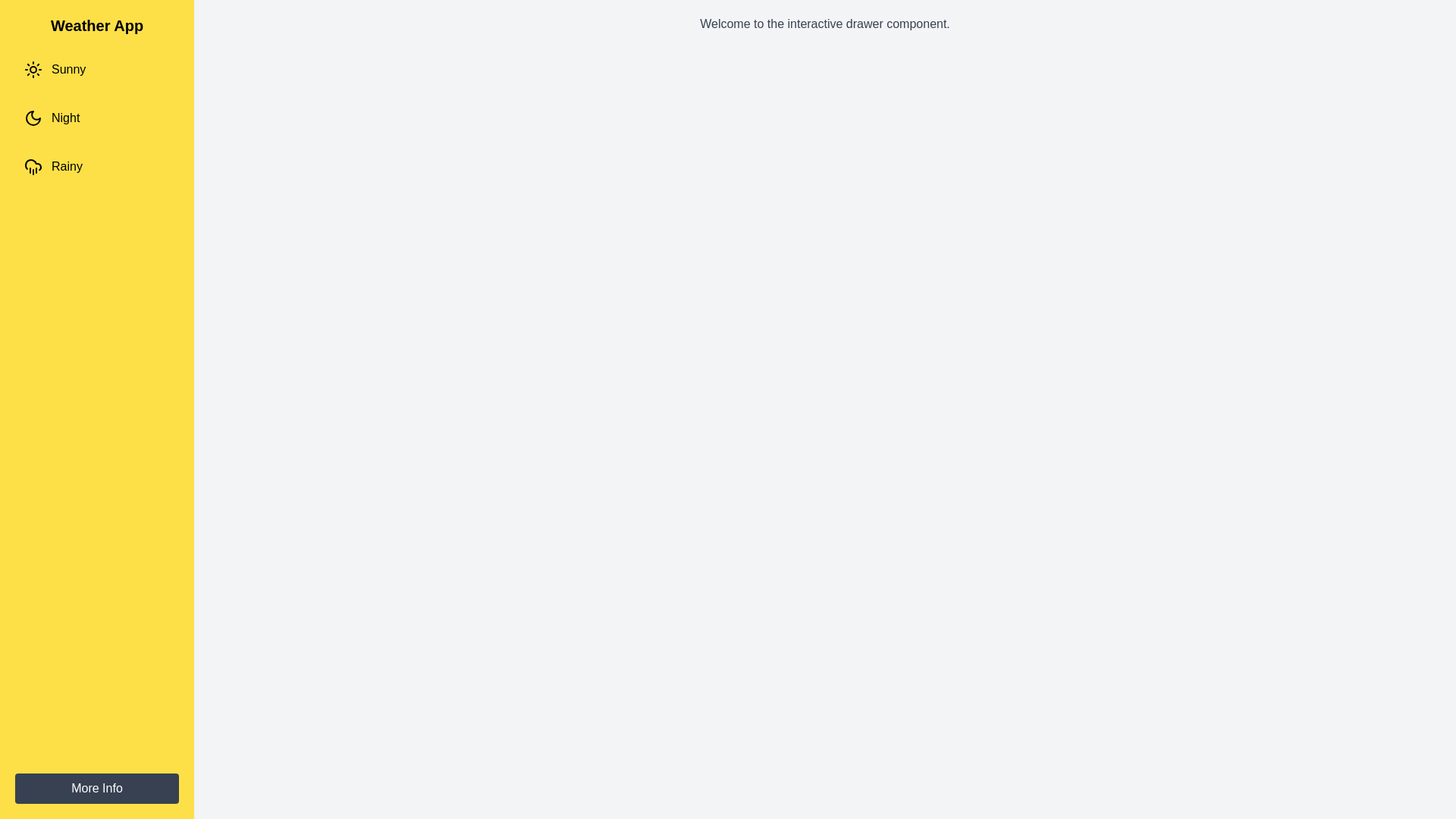 The width and height of the screenshot is (1456, 819). Describe the element at coordinates (96, 166) in the screenshot. I see `the third item in the weather menu indicating rainy weather, located in the yellow background sidebar` at that location.